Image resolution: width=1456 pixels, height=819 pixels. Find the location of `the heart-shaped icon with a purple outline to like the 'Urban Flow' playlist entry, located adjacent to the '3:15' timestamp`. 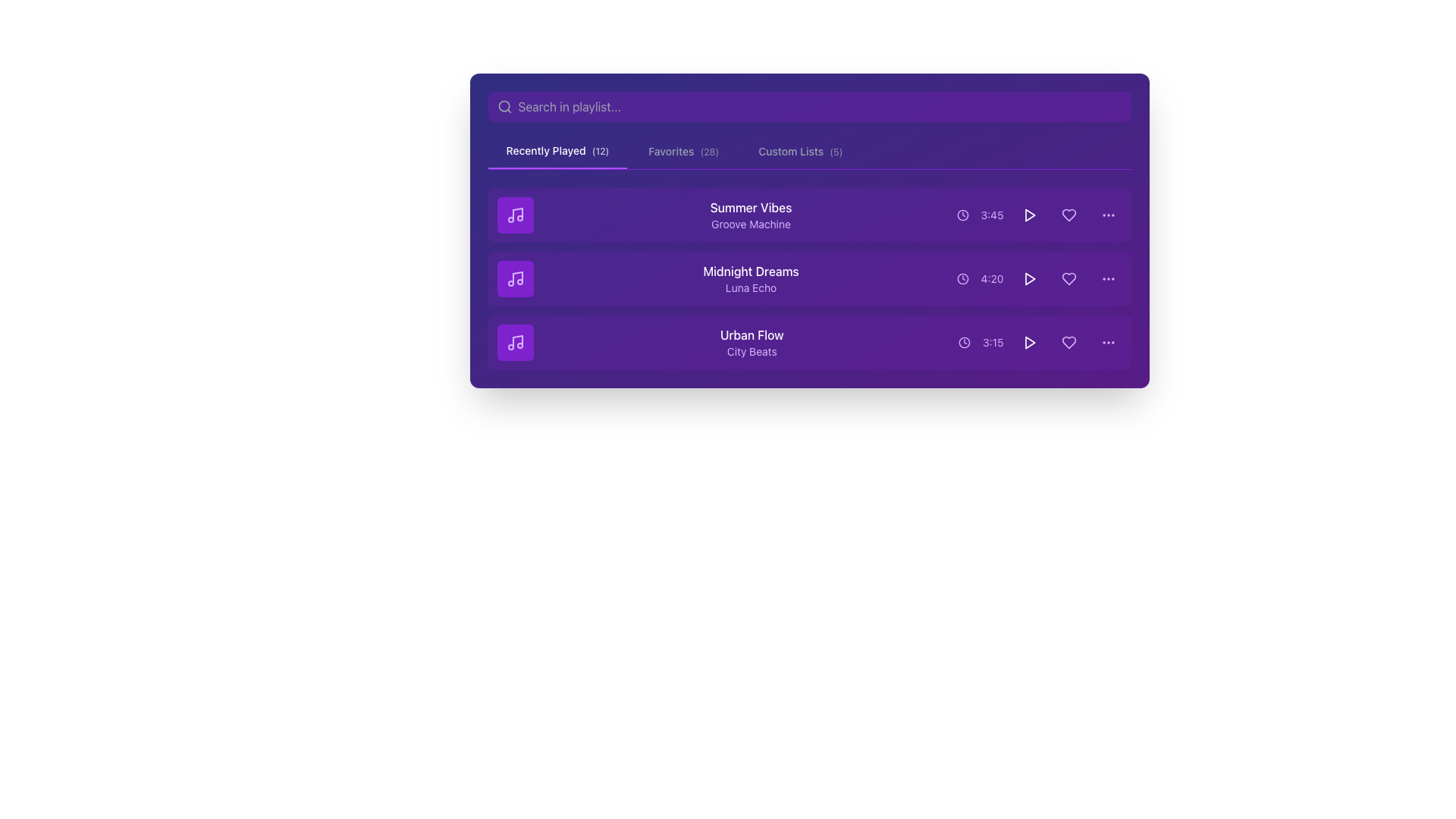

the heart-shaped icon with a purple outline to like the 'Urban Flow' playlist entry, located adjacent to the '3:15' timestamp is located at coordinates (1068, 342).